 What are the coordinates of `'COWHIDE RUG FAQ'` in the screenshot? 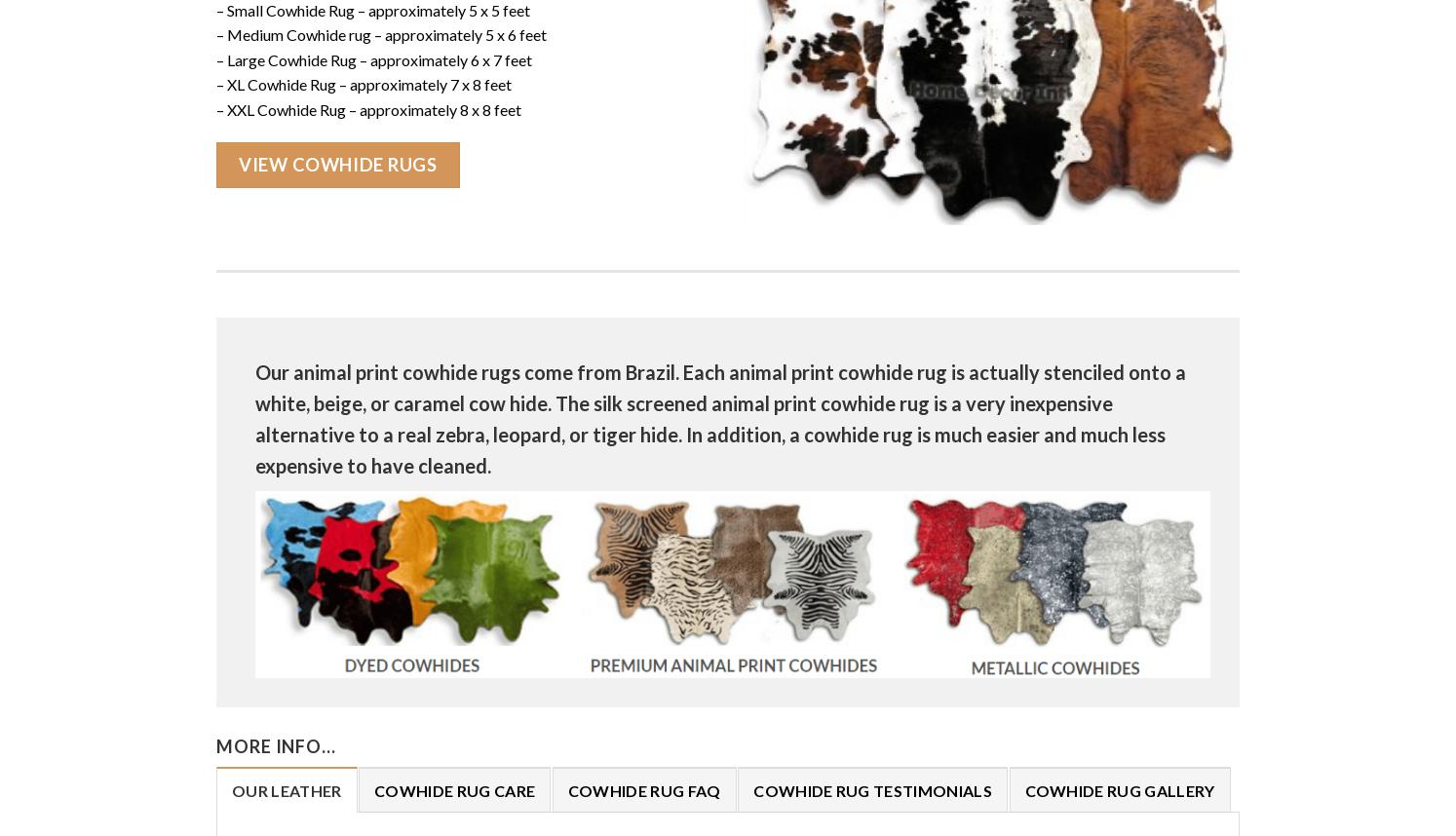 It's located at (642, 789).